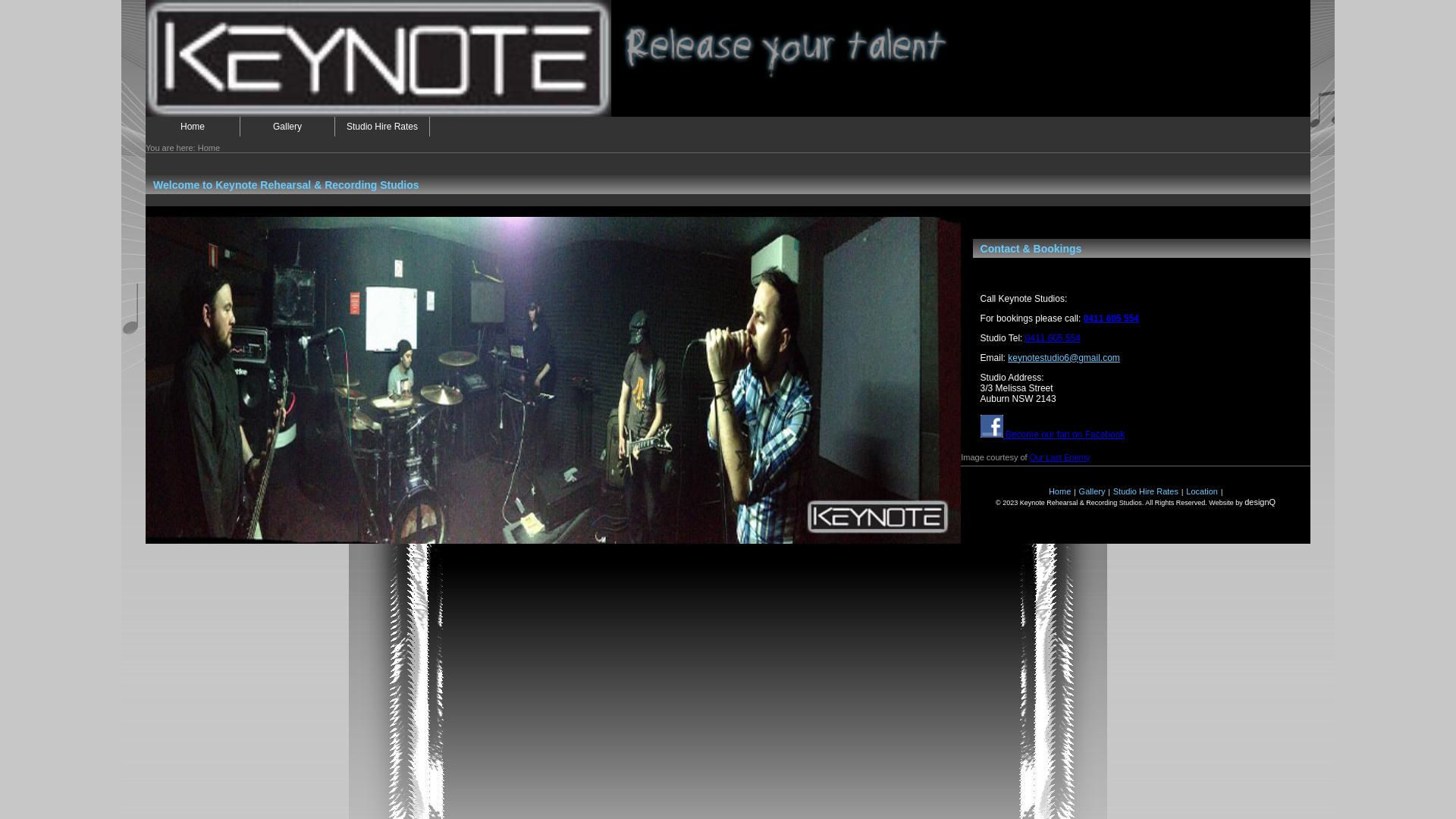 Image resolution: width=1456 pixels, height=819 pixels. Describe the element at coordinates (1052, 337) in the screenshot. I see `'0411 605 554'` at that location.